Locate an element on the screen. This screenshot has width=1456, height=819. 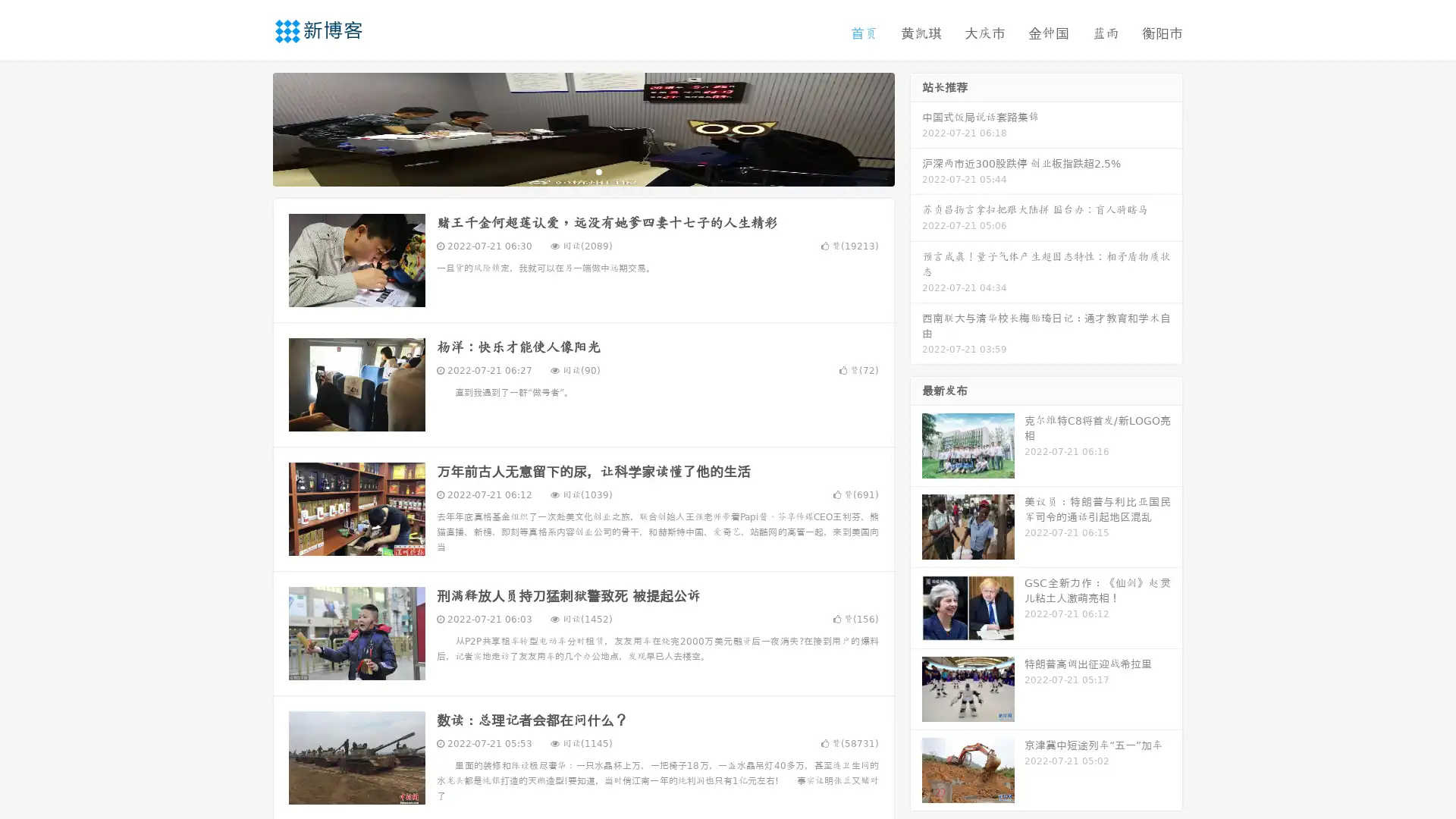
Go to slide 1 is located at coordinates (567, 171).